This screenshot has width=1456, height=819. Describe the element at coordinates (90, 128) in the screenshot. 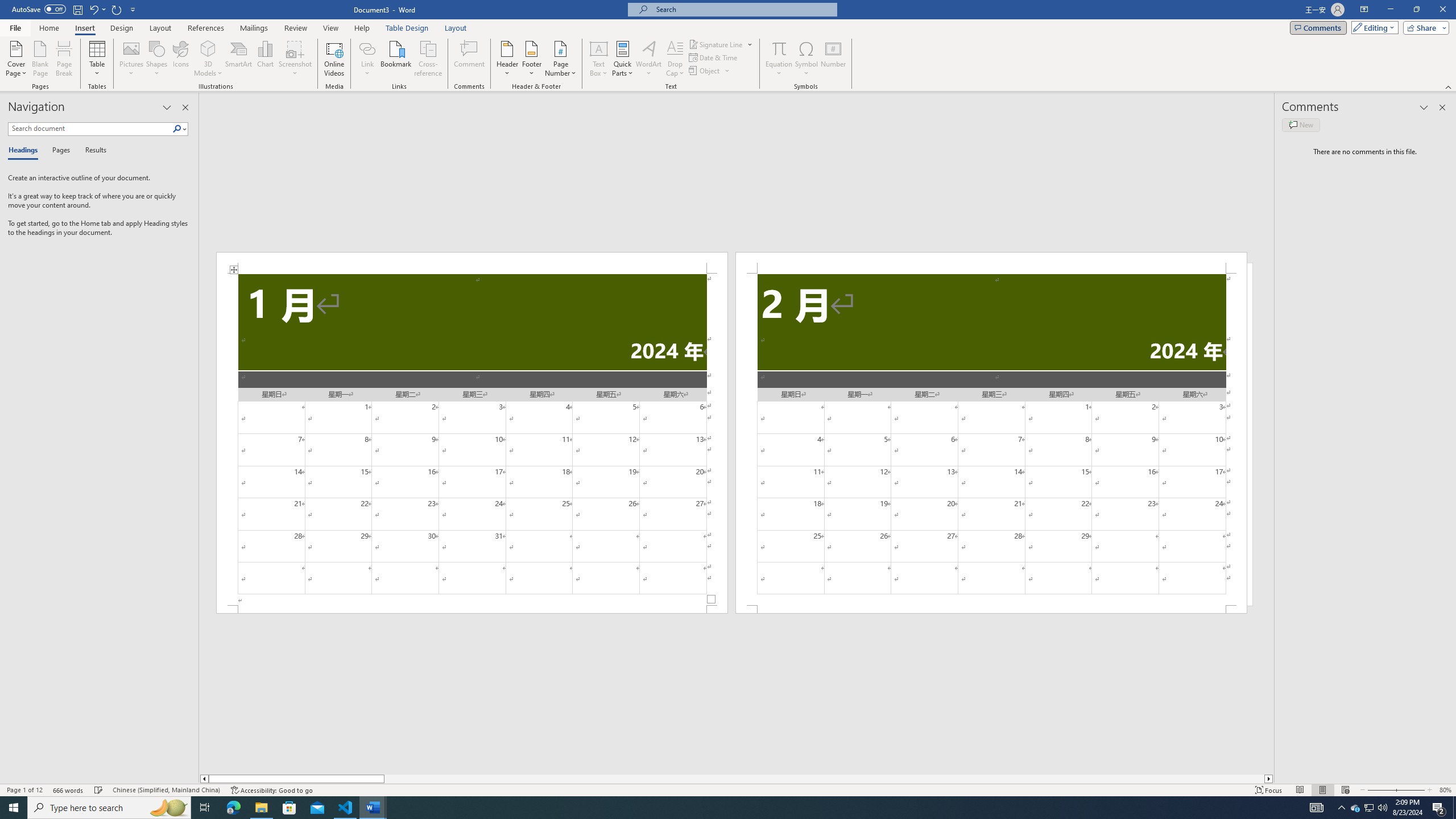

I see `'Search document'` at that location.